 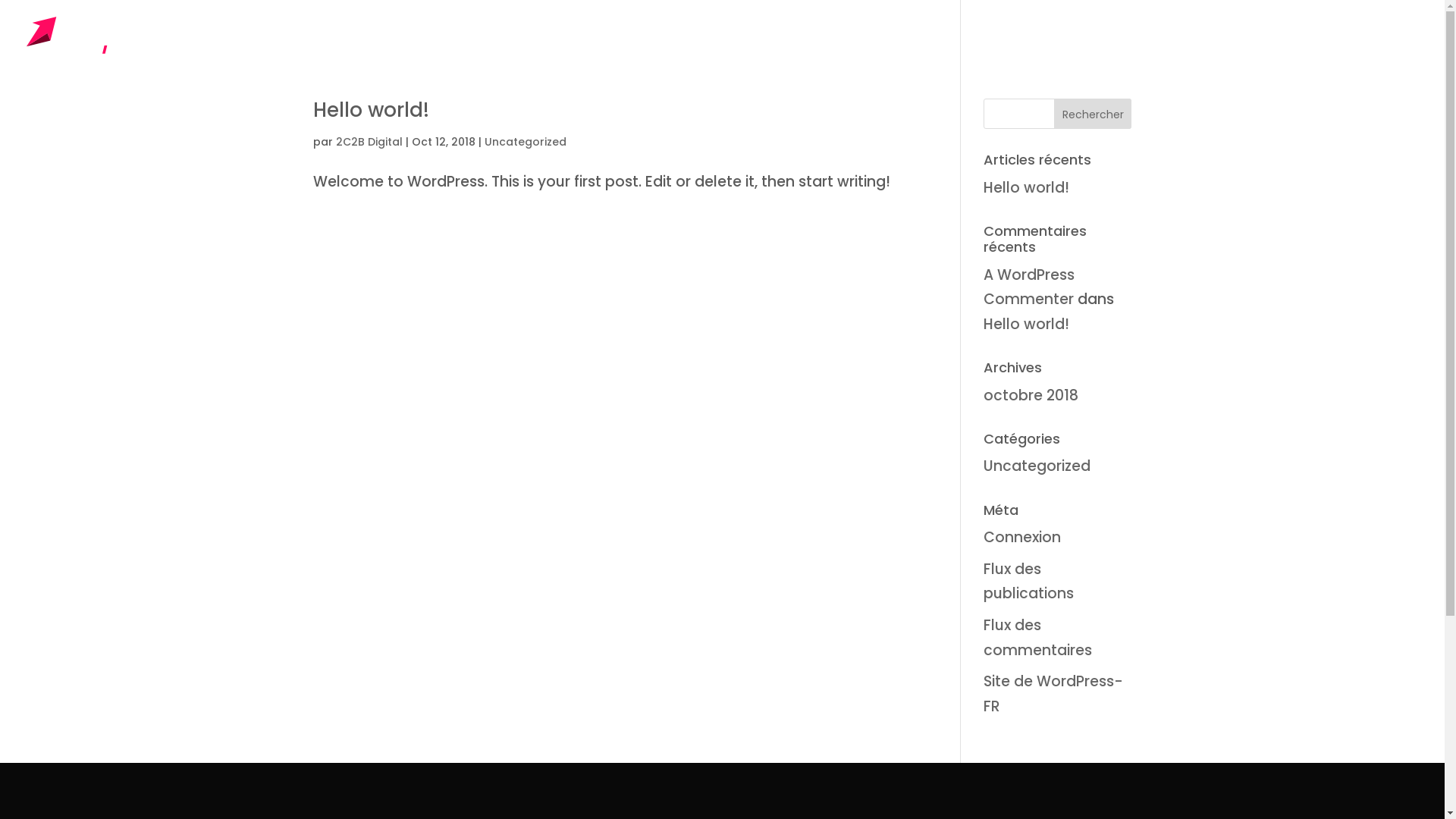 What do you see at coordinates (983, 394) in the screenshot?
I see `'octobre 2018'` at bounding box center [983, 394].